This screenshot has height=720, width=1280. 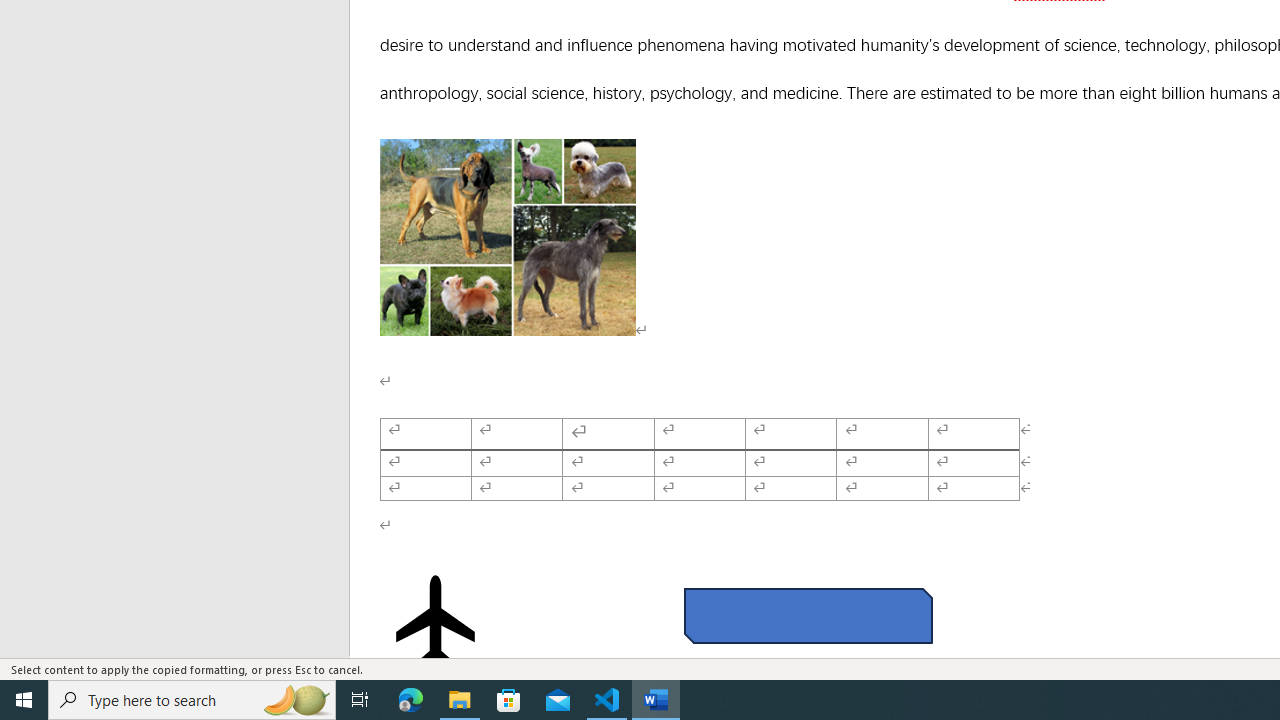 What do you see at coordinates (434, 620) in the screenshot?
I see `'Airplane with solid fill'` at bounding box center [434, 620].